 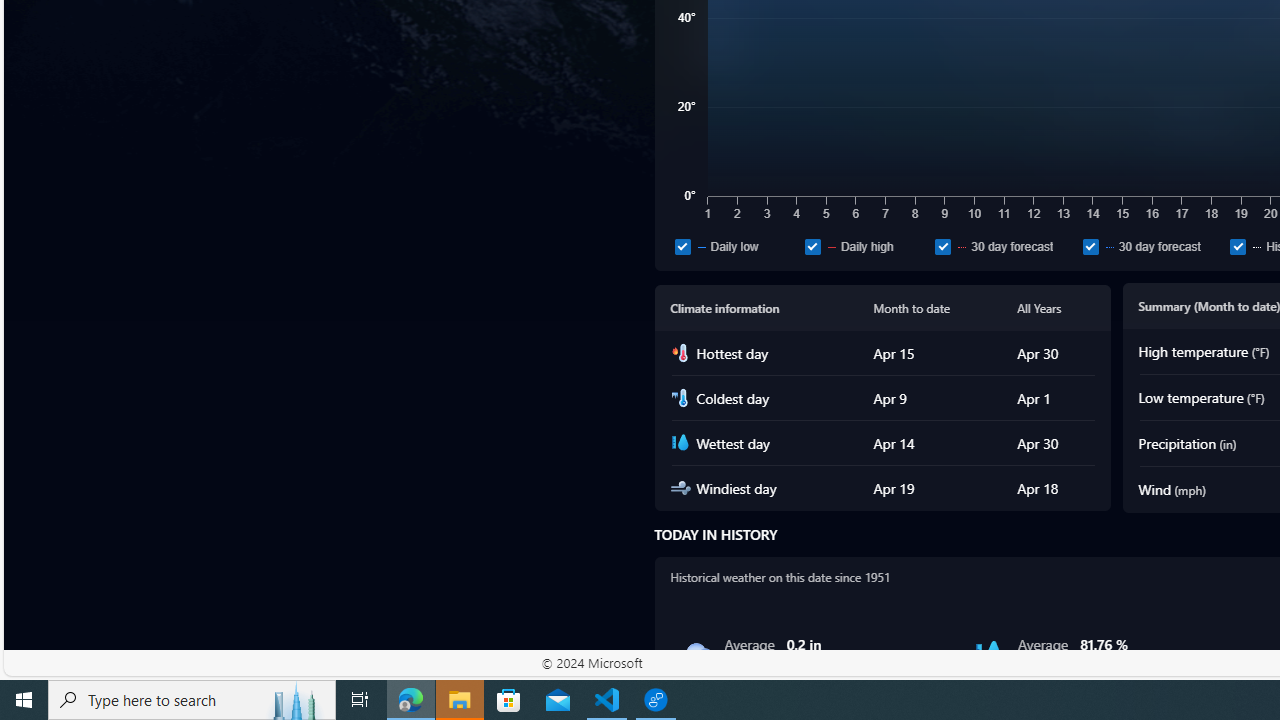 I want to click on 'Daily low', so click(x=735, y=245).